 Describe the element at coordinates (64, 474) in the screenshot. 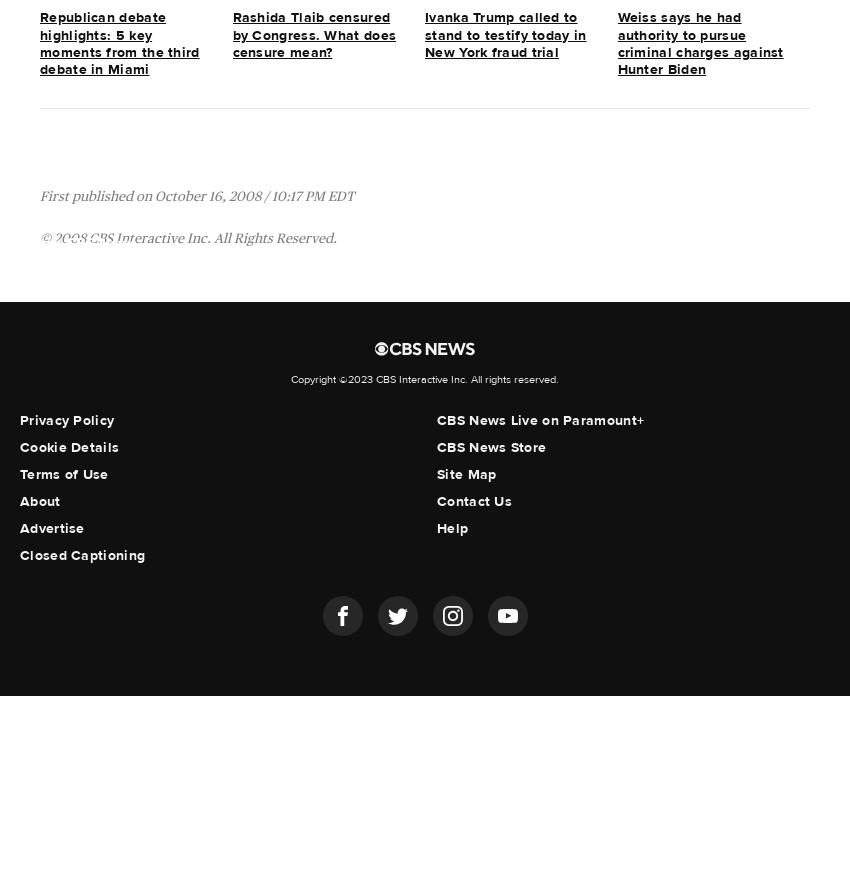

I see `'Terms of Use'` at that location.